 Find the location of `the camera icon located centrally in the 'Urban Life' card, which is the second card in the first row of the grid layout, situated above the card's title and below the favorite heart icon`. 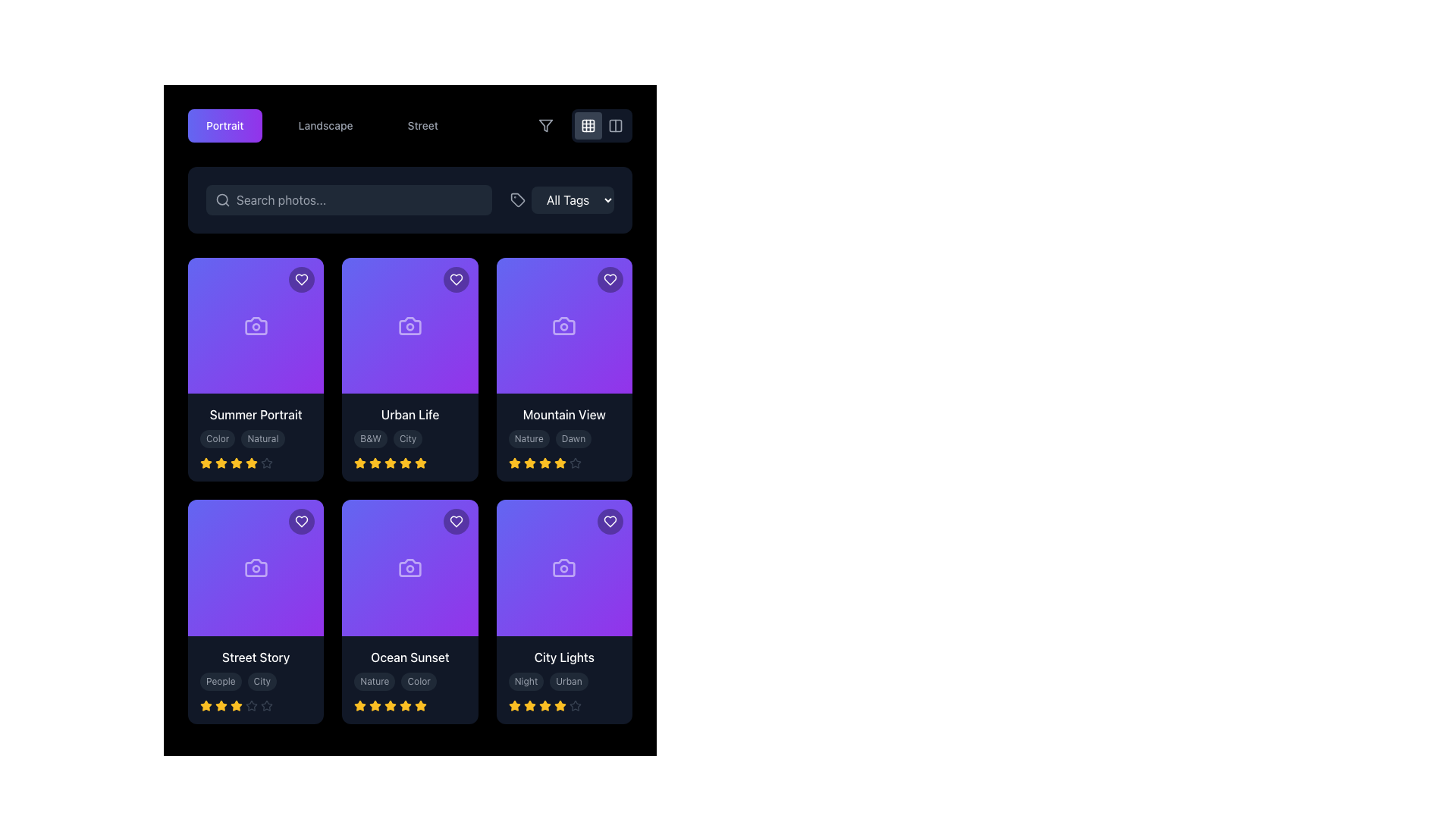

the camera icon located centrally in the 'Urban Life' card, which is the second card in the first row of the grid layout, situated above the card's title and below the favorite heart icon is located at coordinates (410, 325).